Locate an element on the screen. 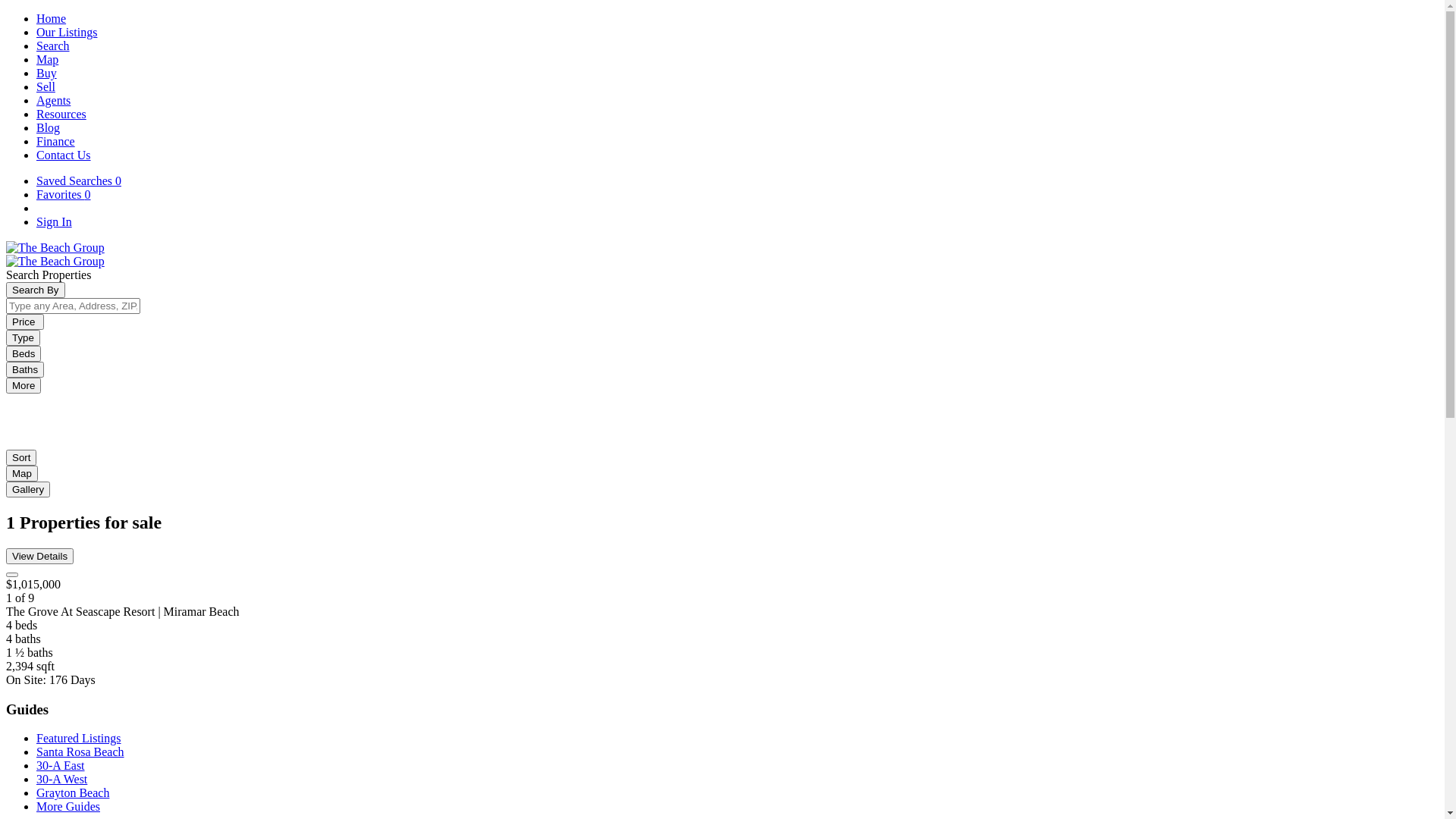  'Type' is located at coordinates (23, 337).